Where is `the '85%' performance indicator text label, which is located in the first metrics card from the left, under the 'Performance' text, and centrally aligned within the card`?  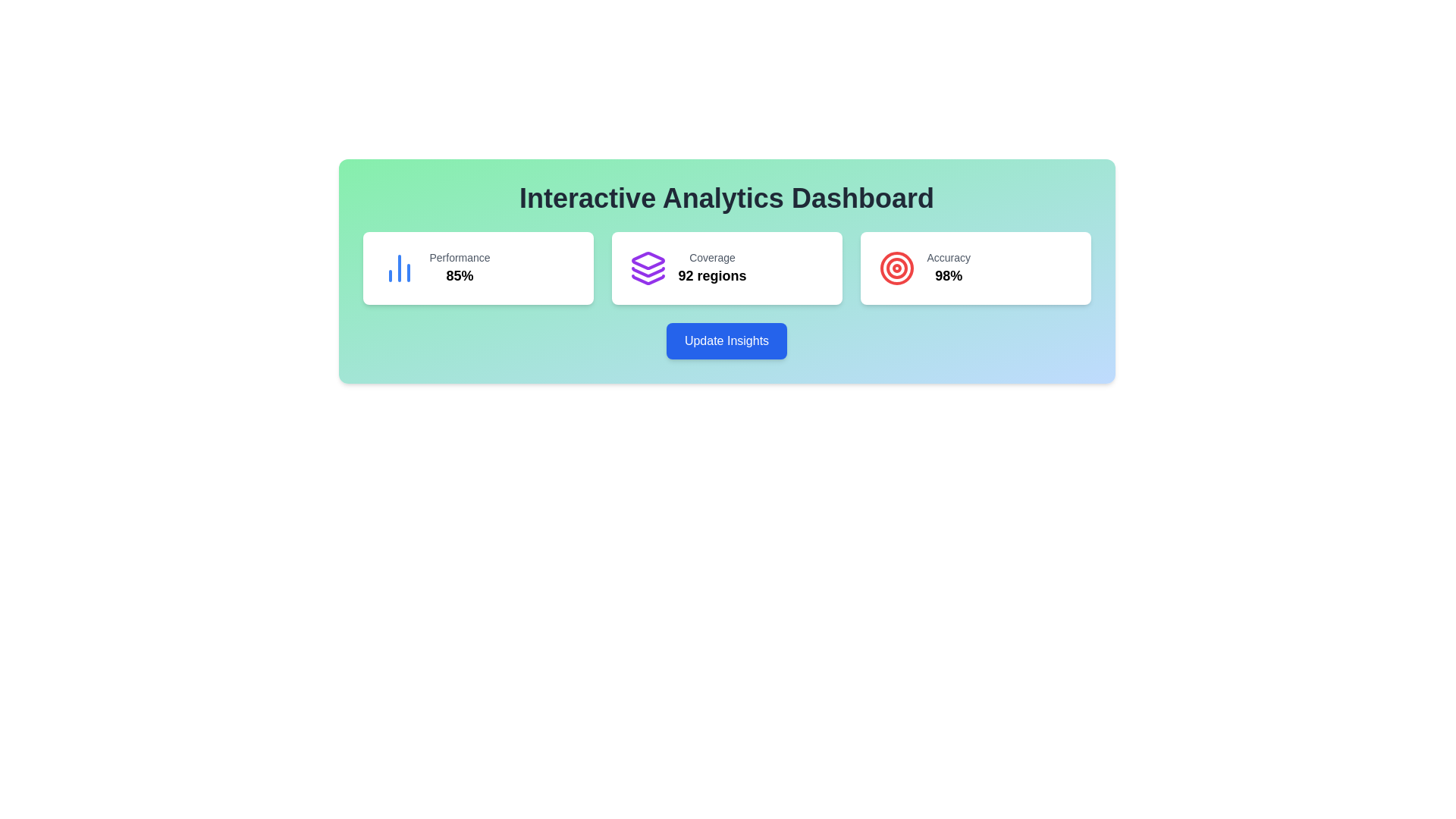
the '85%' performance indicator text label, which is located in the first metrics card from the left, under the 'Performance' text, and centrally aligned within the card is located at coordinates (459, 275).